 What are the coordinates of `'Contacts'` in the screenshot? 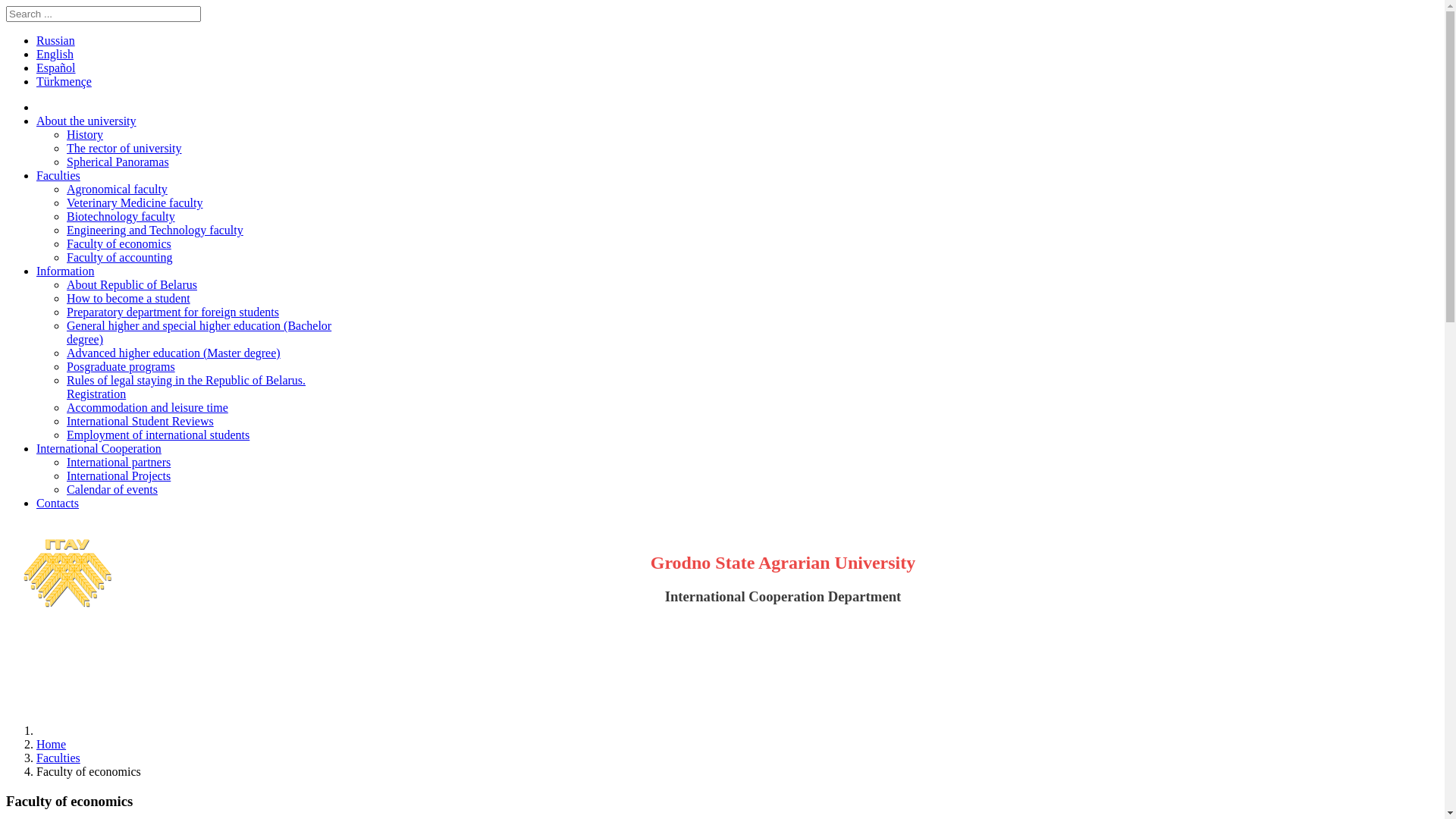 It's located at (58, 503).